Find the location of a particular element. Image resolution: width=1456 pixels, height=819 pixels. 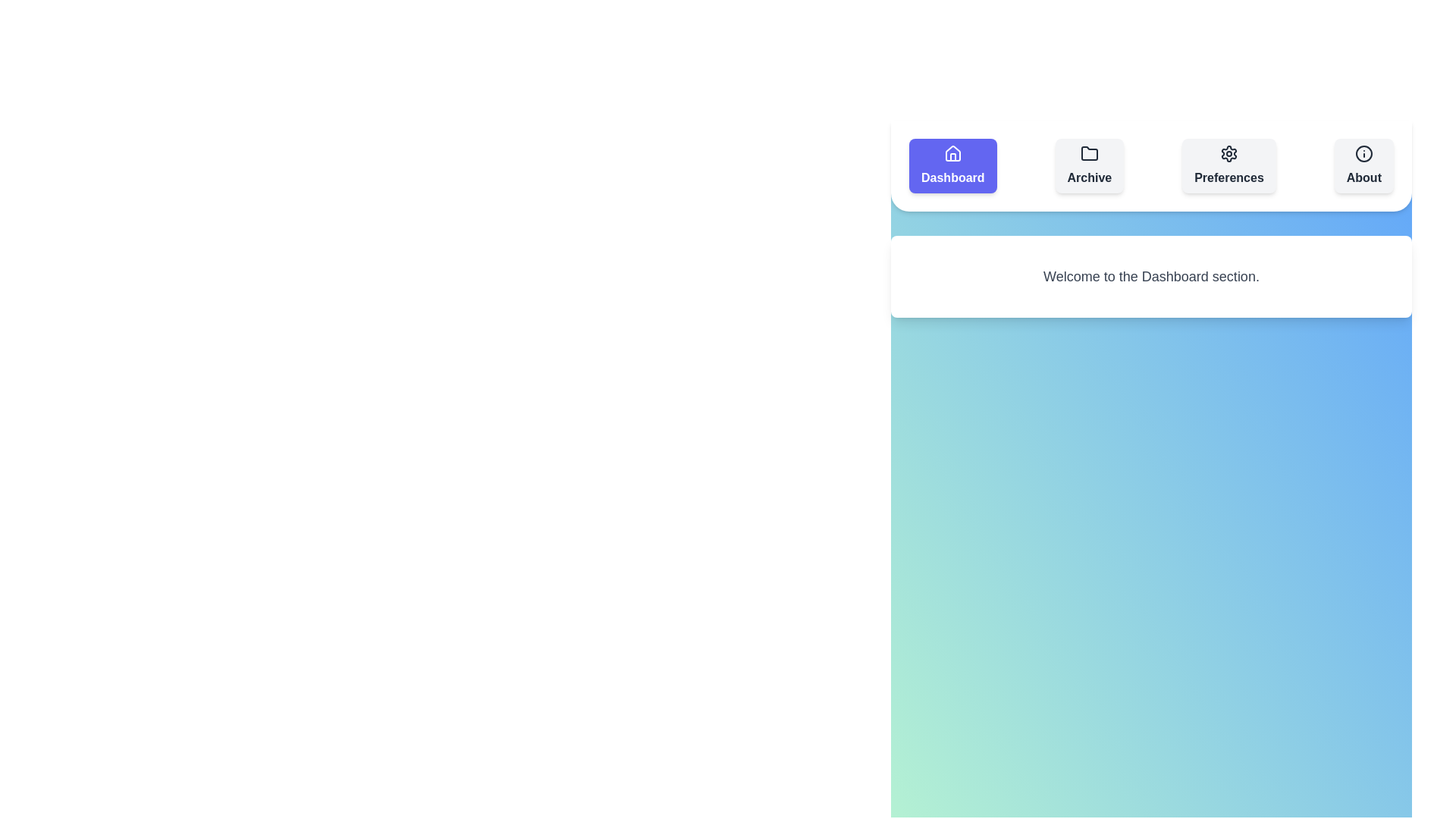

the section button labeled Preferences to switch to that section is located at coordinates (1229, 166).